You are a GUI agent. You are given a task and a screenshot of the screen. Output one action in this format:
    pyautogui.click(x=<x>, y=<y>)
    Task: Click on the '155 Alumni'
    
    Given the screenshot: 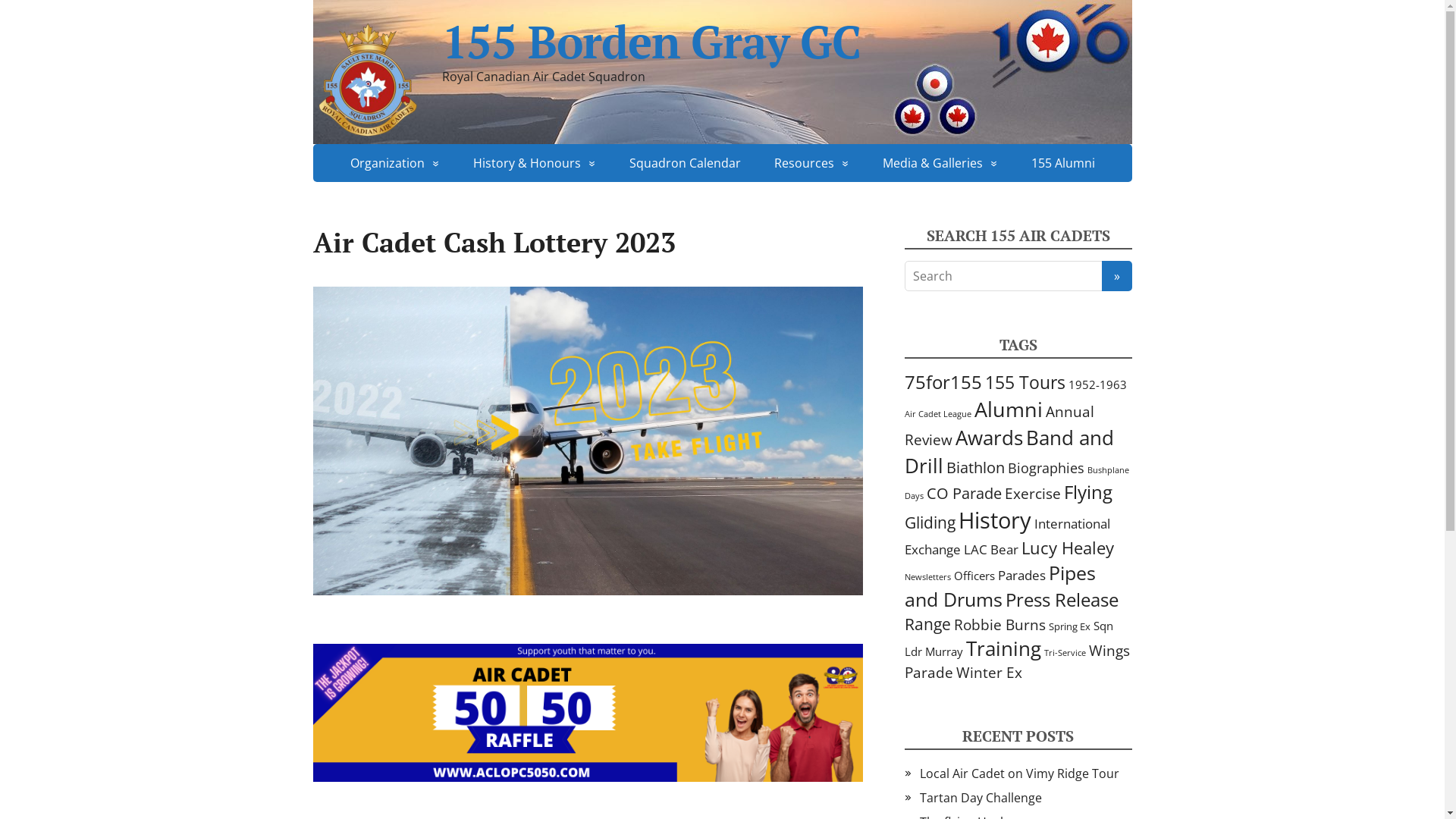 What is the action you would take?
    pyautogui.click(x=1015, y=163)
    